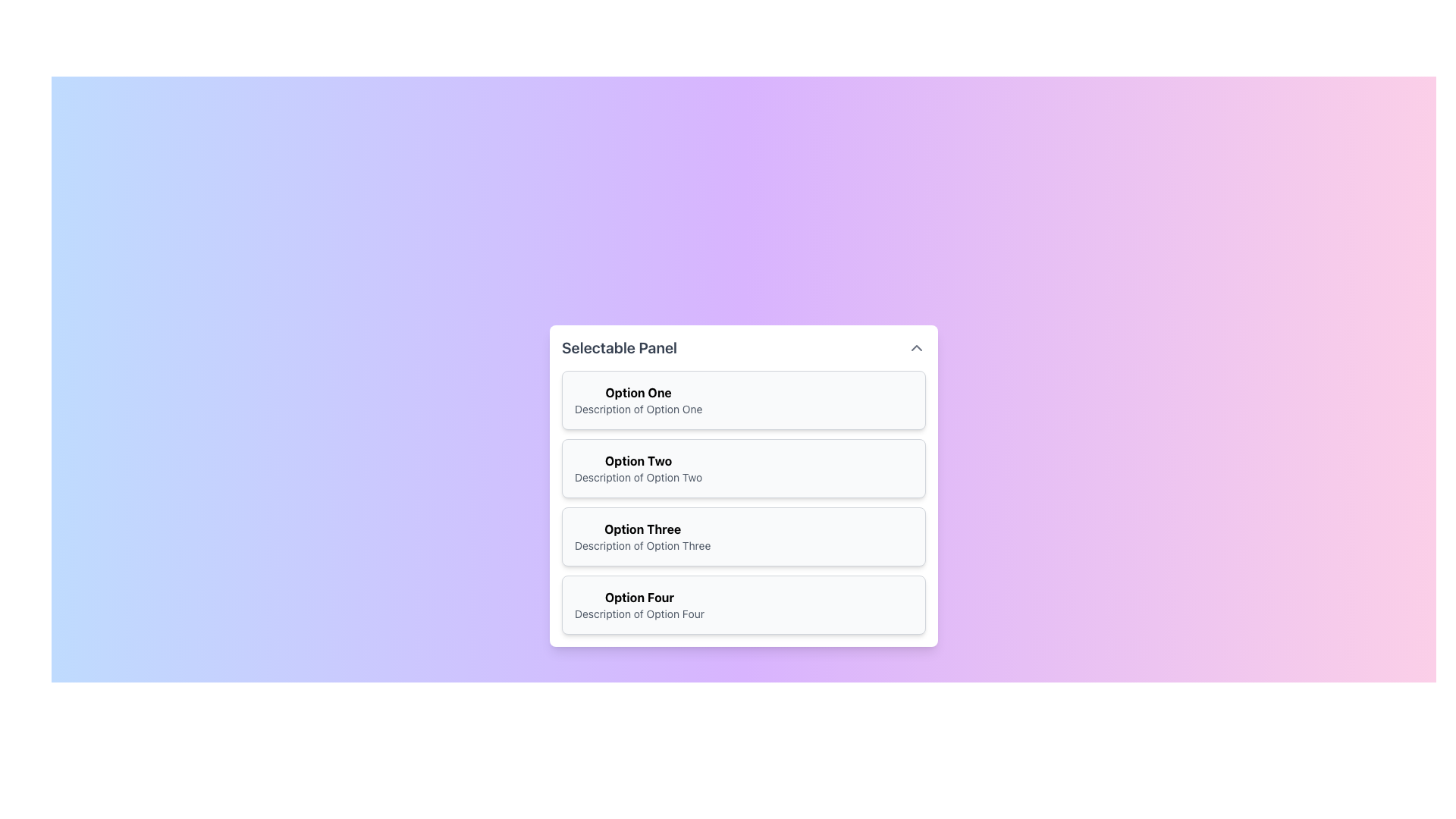 The height and width of the screenshot is (819, 1456). What do you see at coordinates (639, 614) in the screenshot?
I see `the text label styled in a smaller font size with gray color that contains the text 'Description of Option Four', located beneath the bold title 'Option Four' in the last card of the vertically stacked list in the 'Selectable Panel'` at bounding box center [639, 614].